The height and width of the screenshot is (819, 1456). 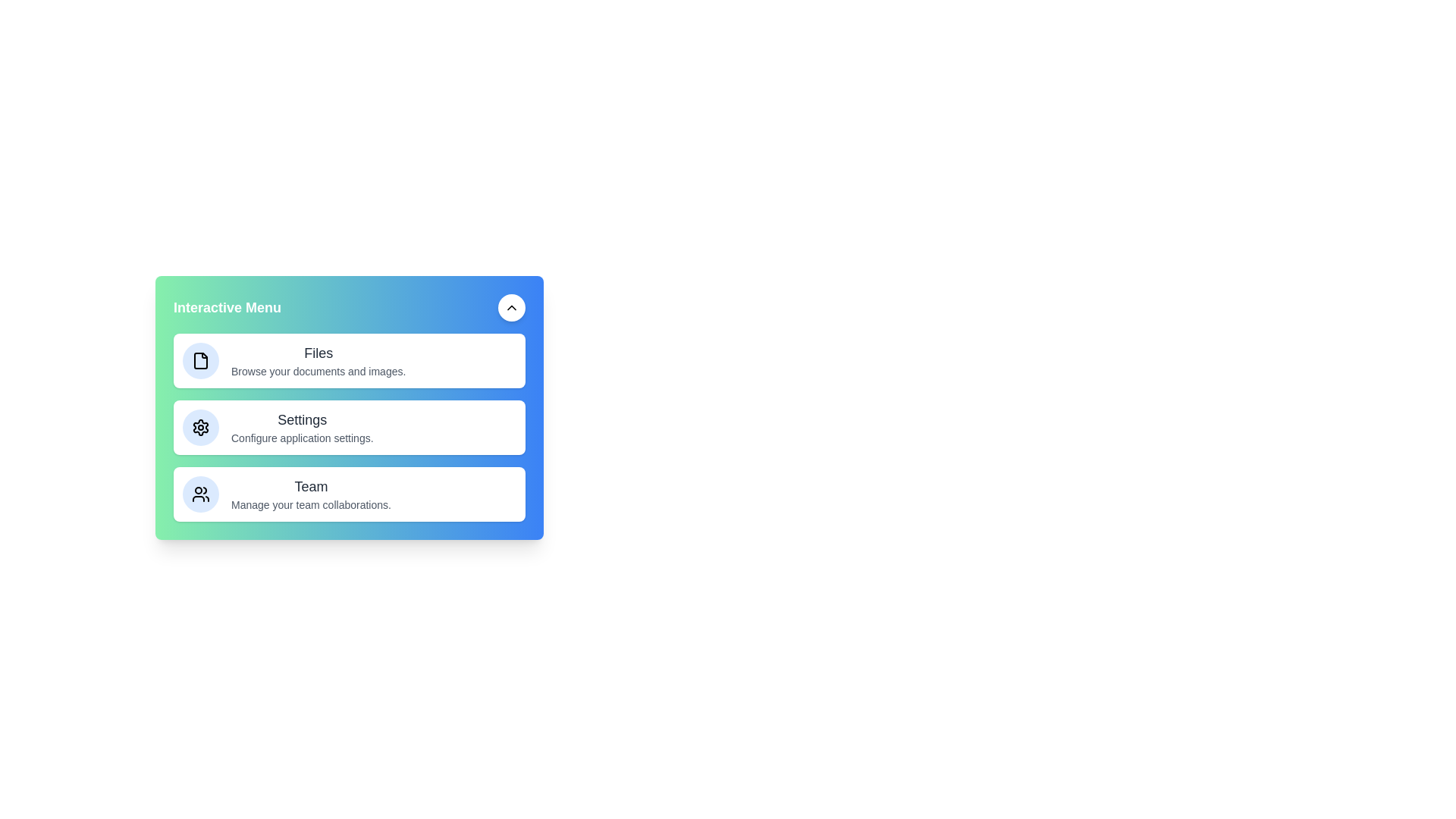 What do you see at coordinates (318, 360) in the screenshot?
I see `the 'Files' option in the menu` at bounding box center [318, 360].